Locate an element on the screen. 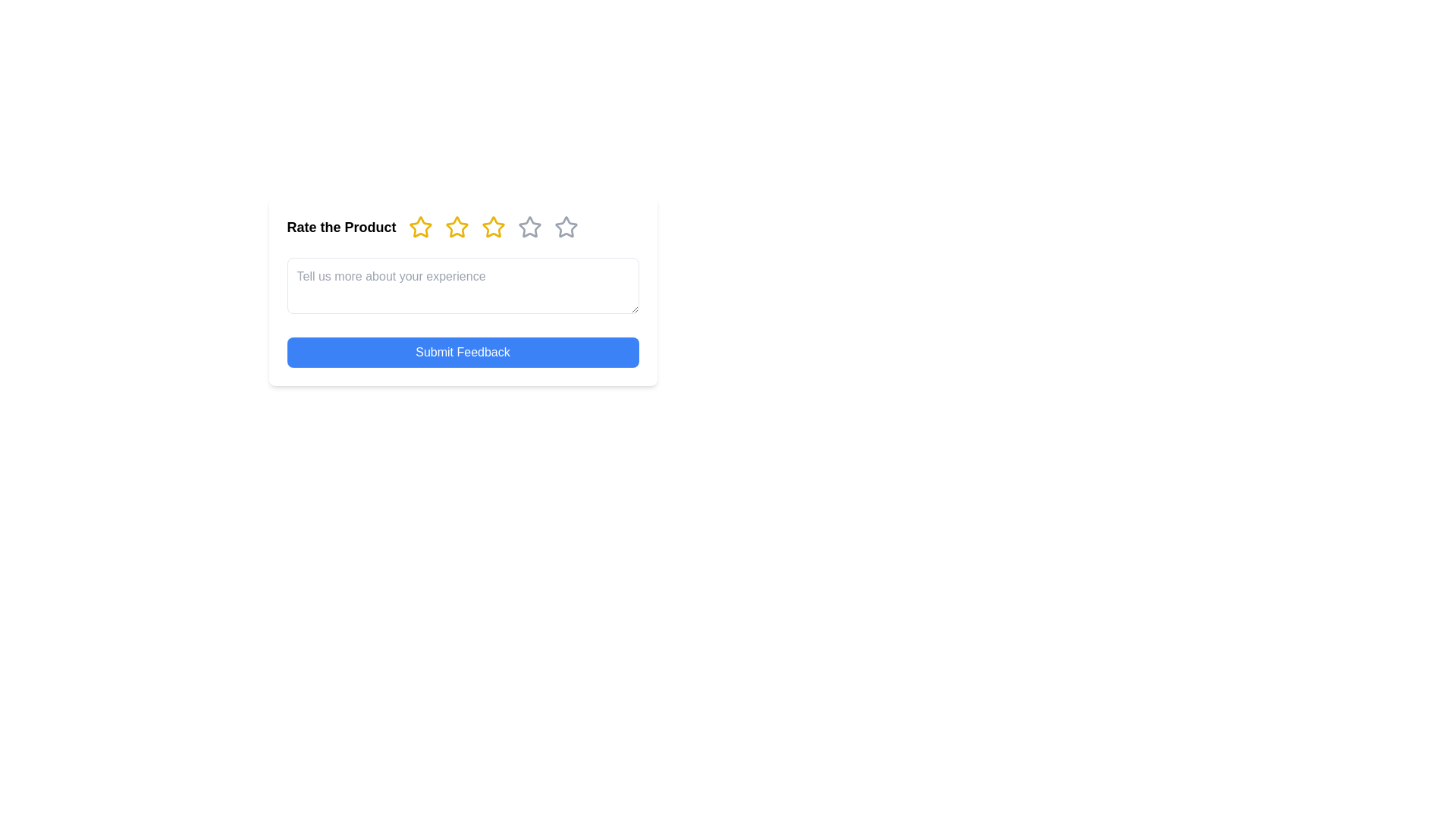 Image resolution: width=1456 pixels, height=819 pixels. the second star icon is located at coordinates (456, 227).